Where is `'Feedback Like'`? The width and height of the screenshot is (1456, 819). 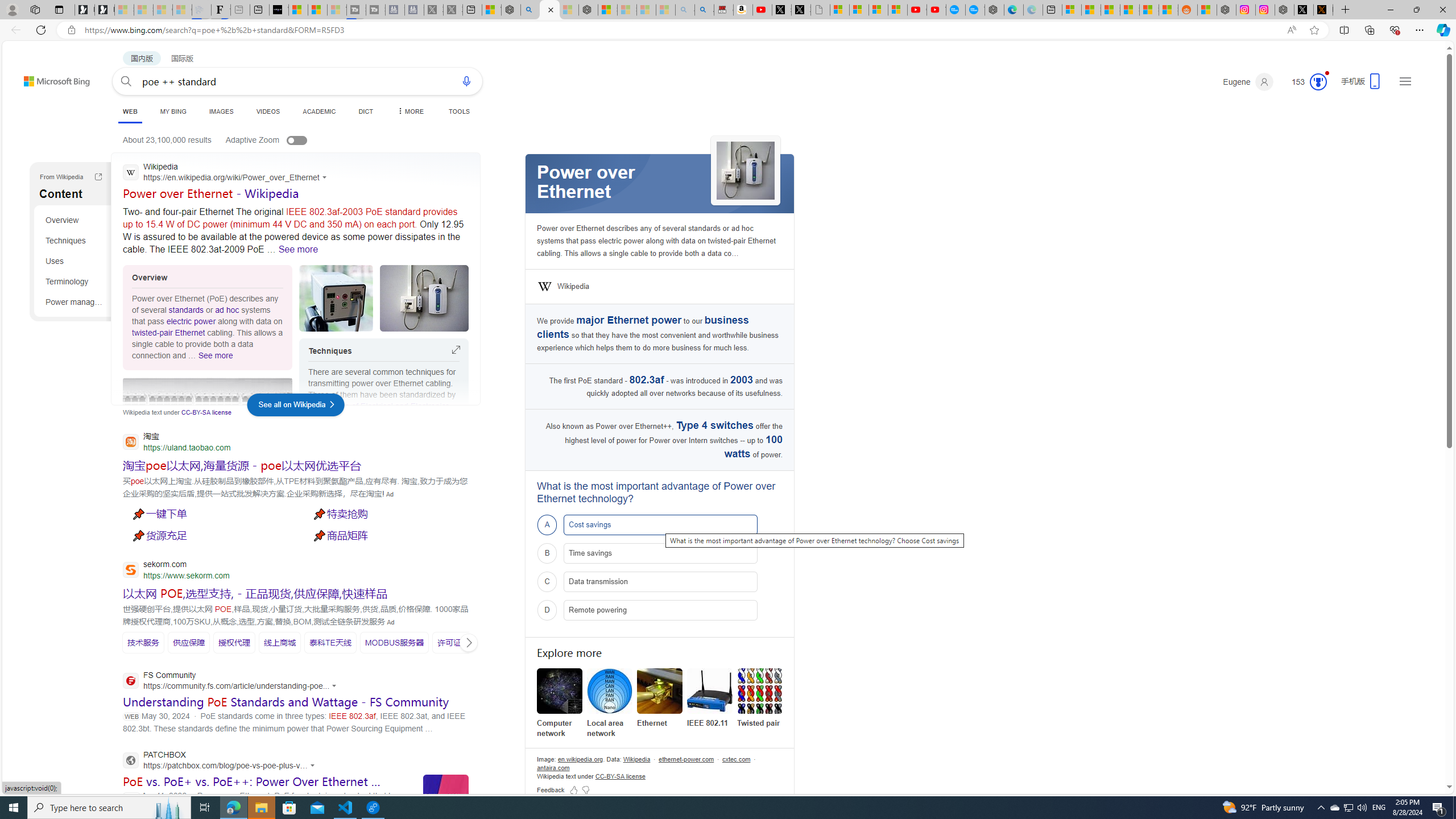 'Feedback Like' is located at coordinates (573, 789).